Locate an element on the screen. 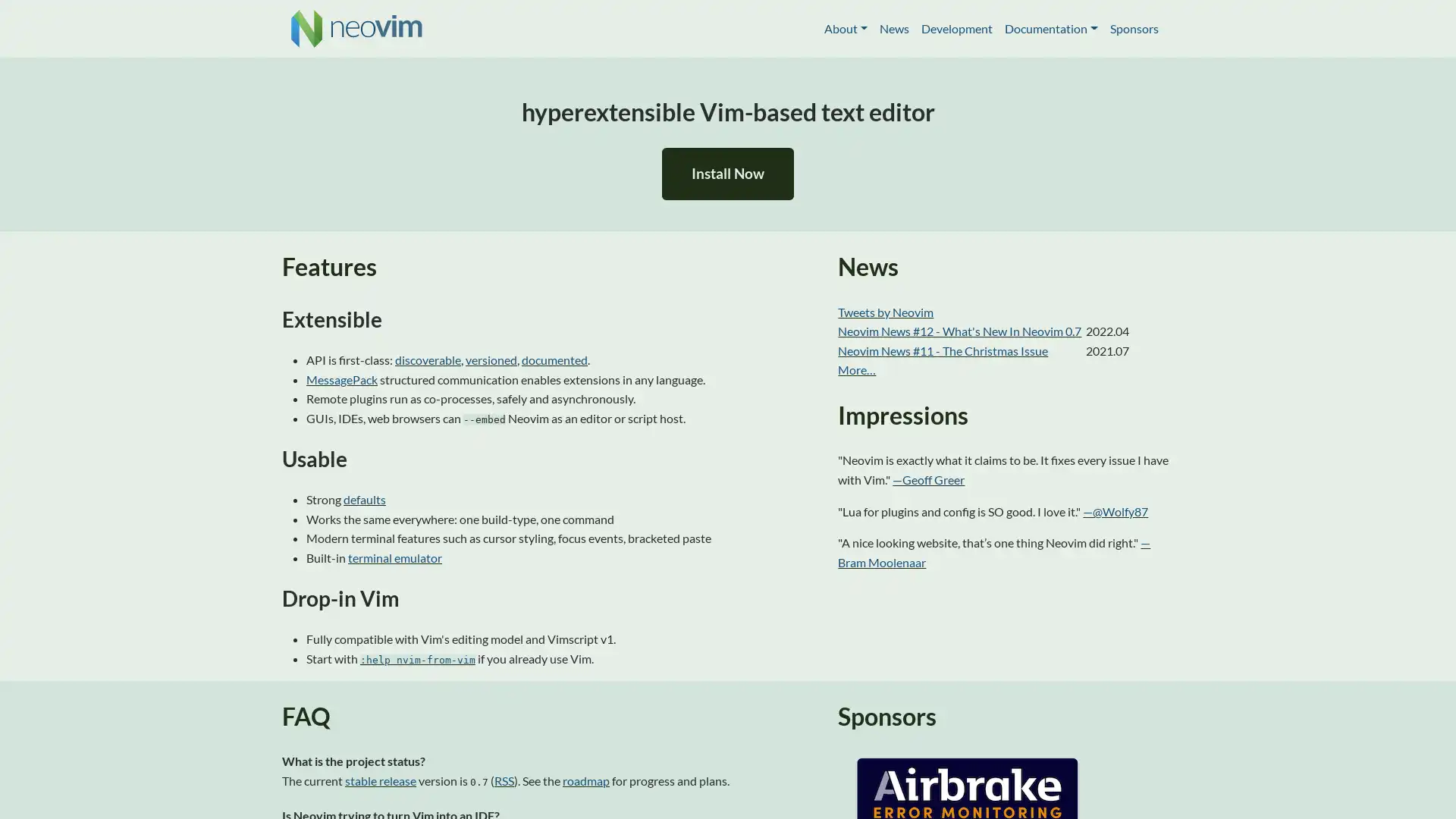 This screenshot has height=819, width=1456. About is located at coordinates (844, 28).